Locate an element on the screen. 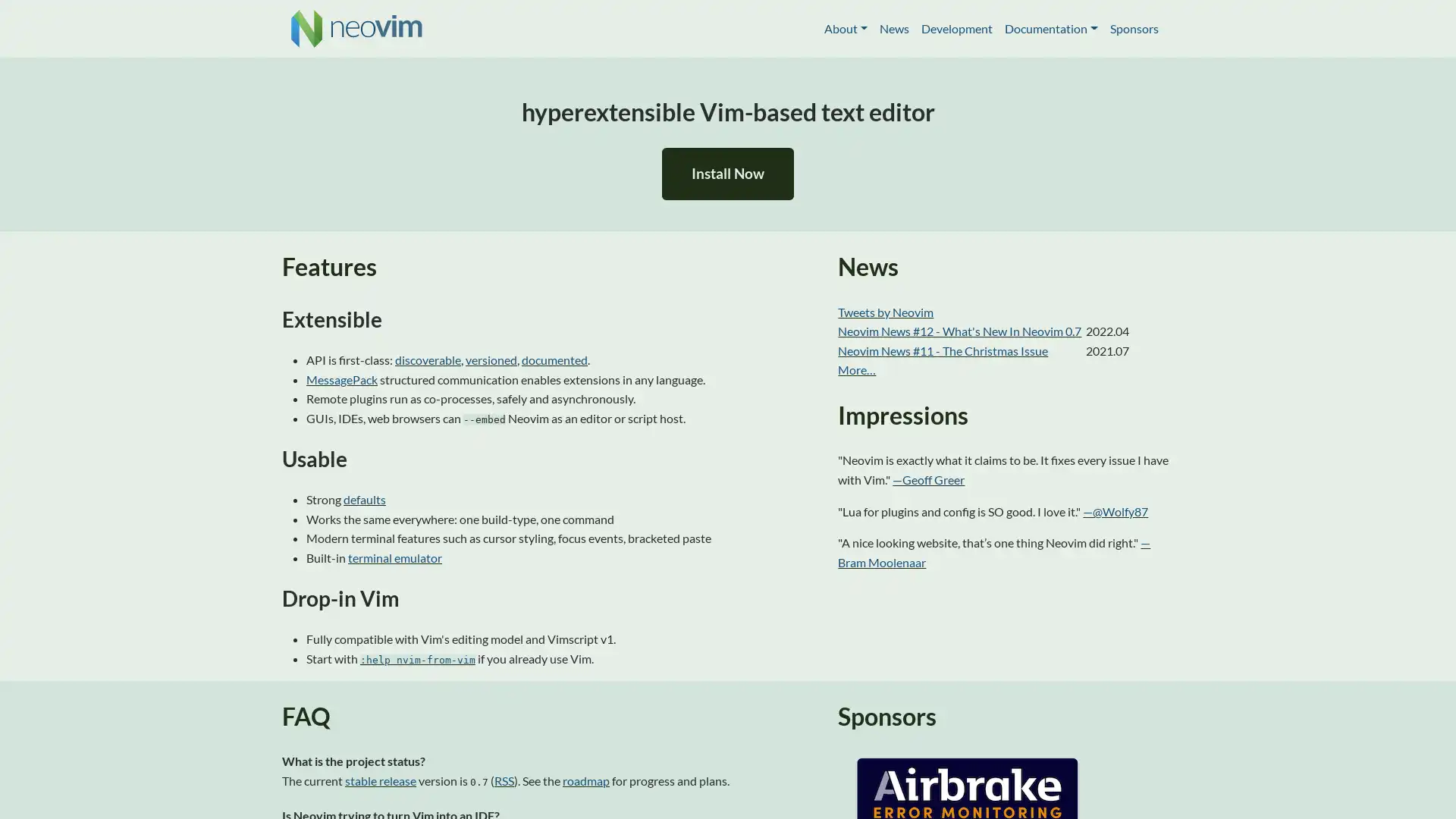 This screenshot has height=819, width=1456. About is located at coordinates (844, 28).